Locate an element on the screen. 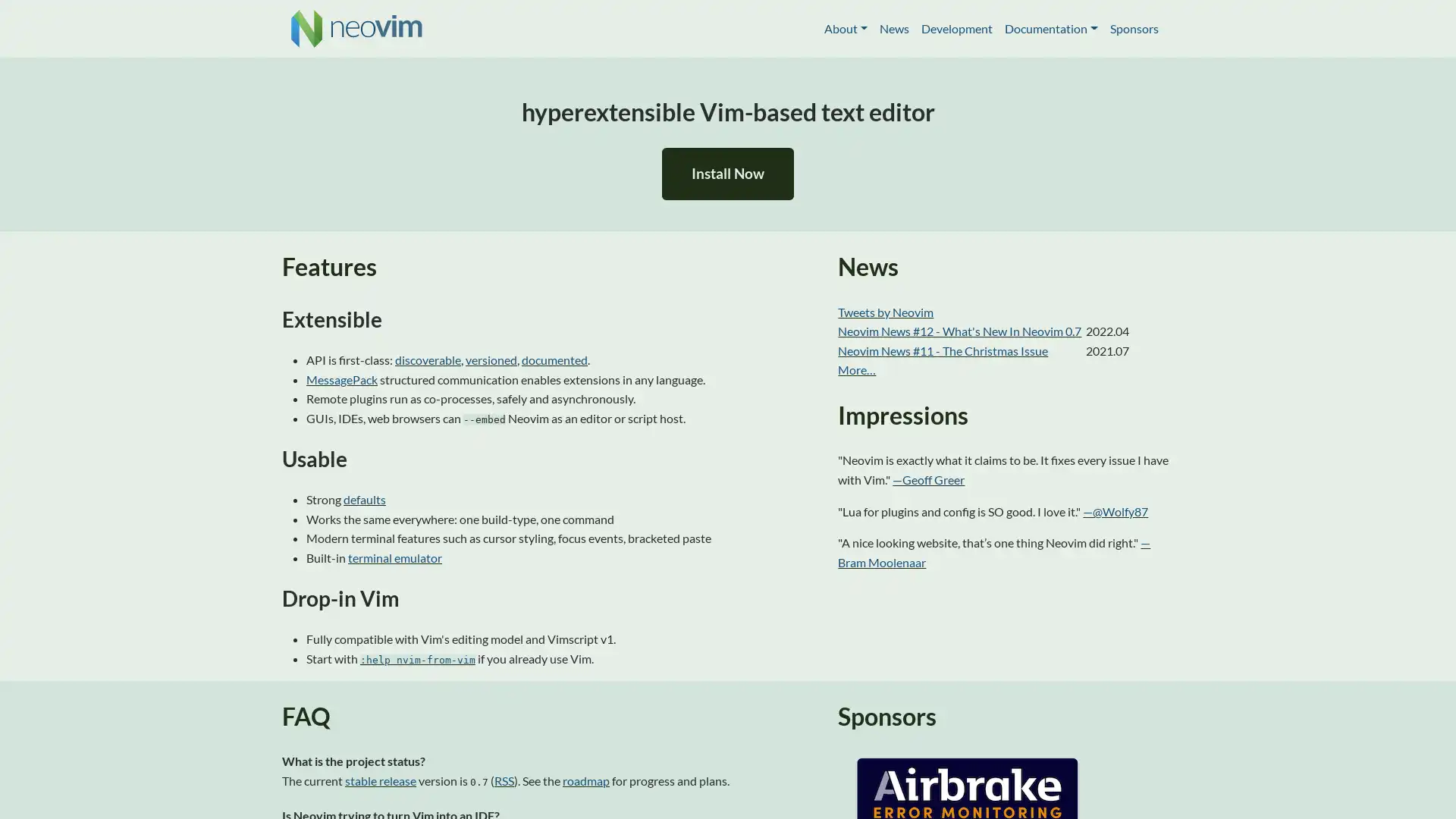 This screenshot has height=819, width=1456. About is located at coordinates (844, 28).